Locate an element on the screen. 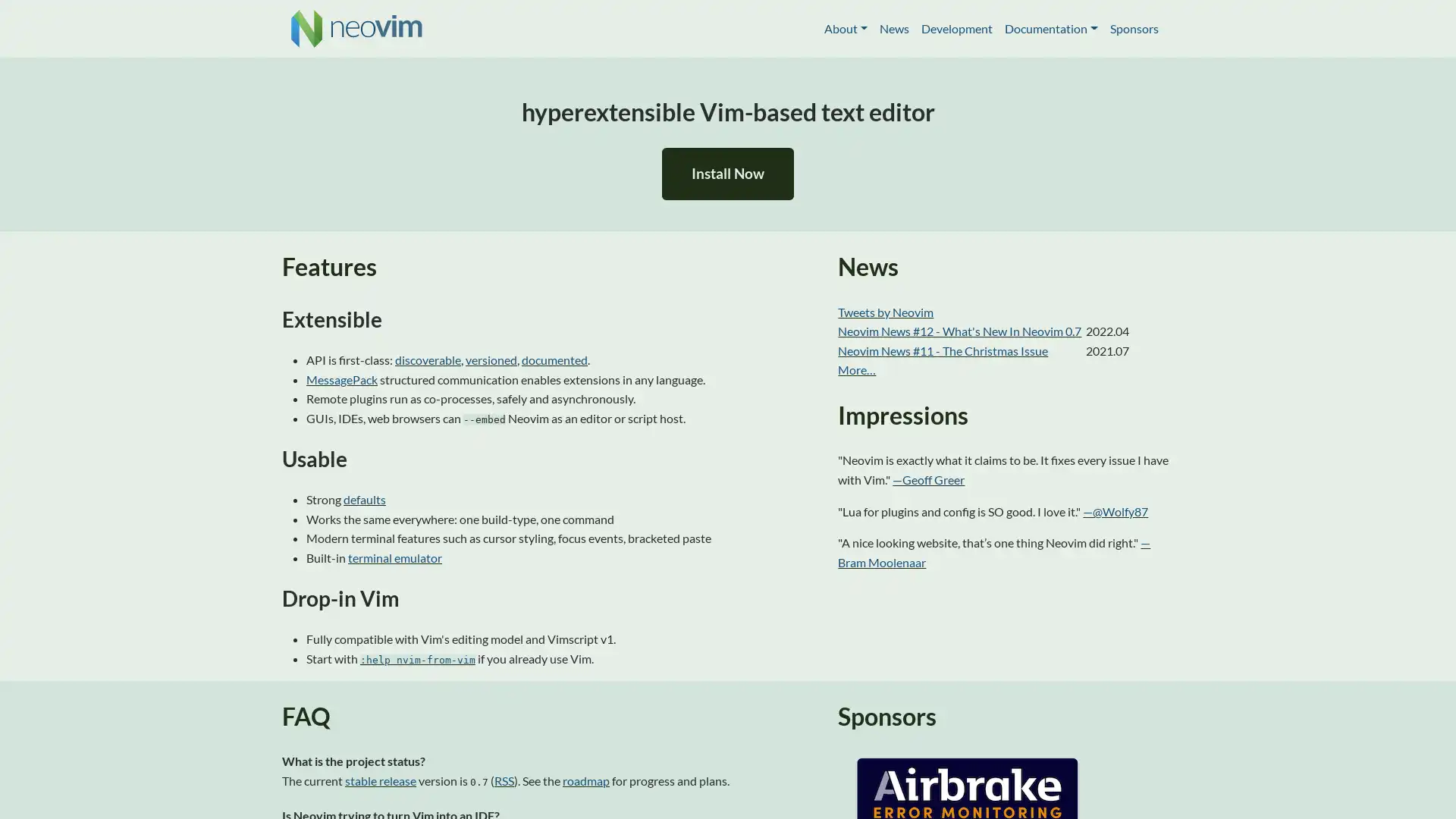 This screenshot has height=819, width=1456. About is located at coordinates (844, 28).